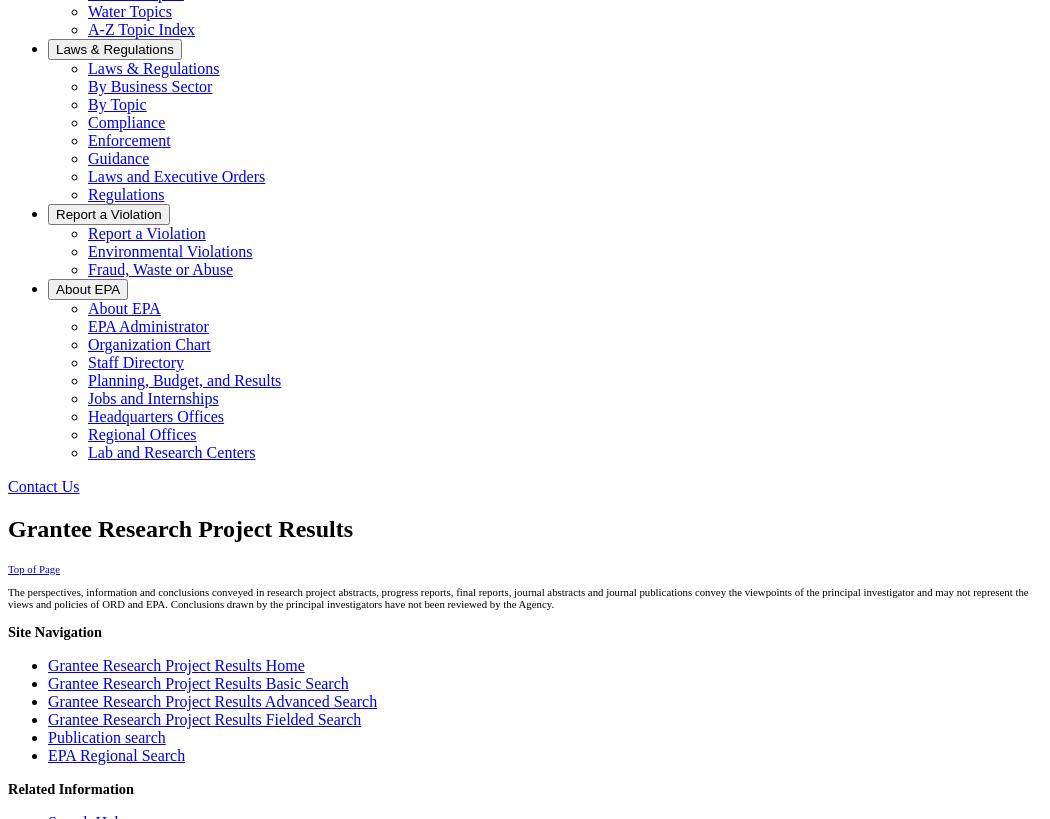 The height and width of the screenshot is (819, 1050). What do you see at coordinates (7, 568) in the screenshot?
I see `'Top of Page'` at bounding box center [7, 568].